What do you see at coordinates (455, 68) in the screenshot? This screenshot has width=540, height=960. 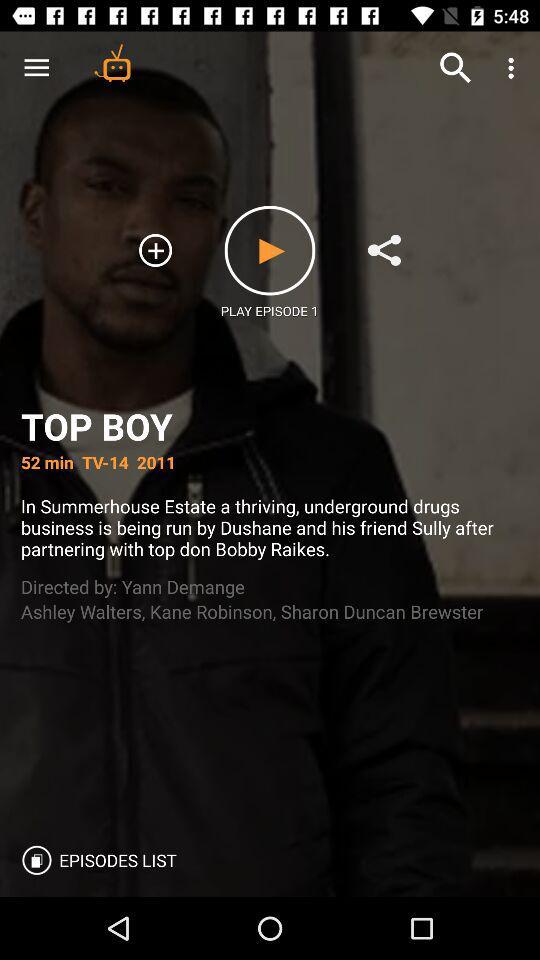 I see `icon above the top boy icon` at bounding box center [455, 68].